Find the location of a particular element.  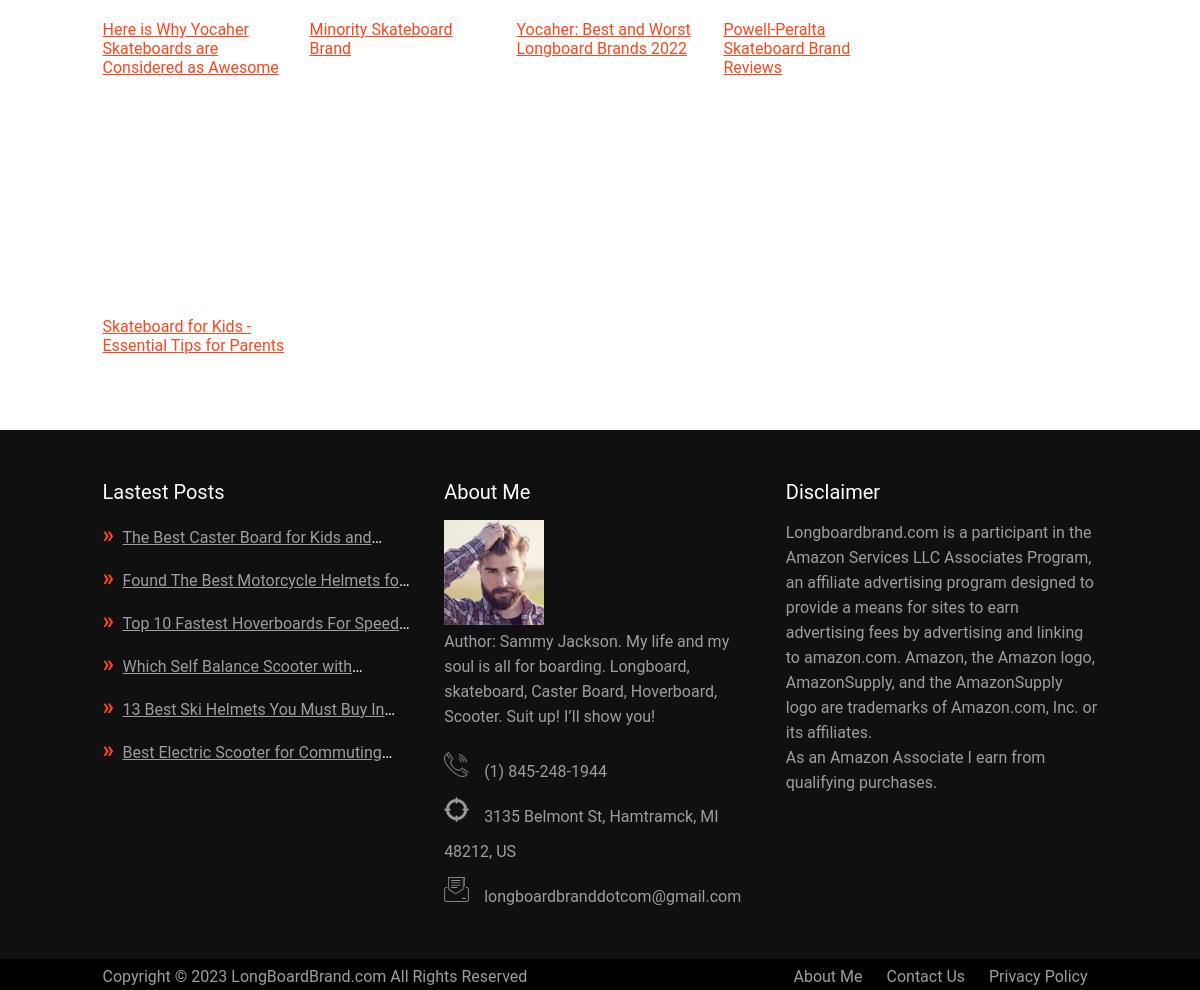

'As an Amazon Associate I earn from qualifying purchases.' is located at coordinates (915, 770).